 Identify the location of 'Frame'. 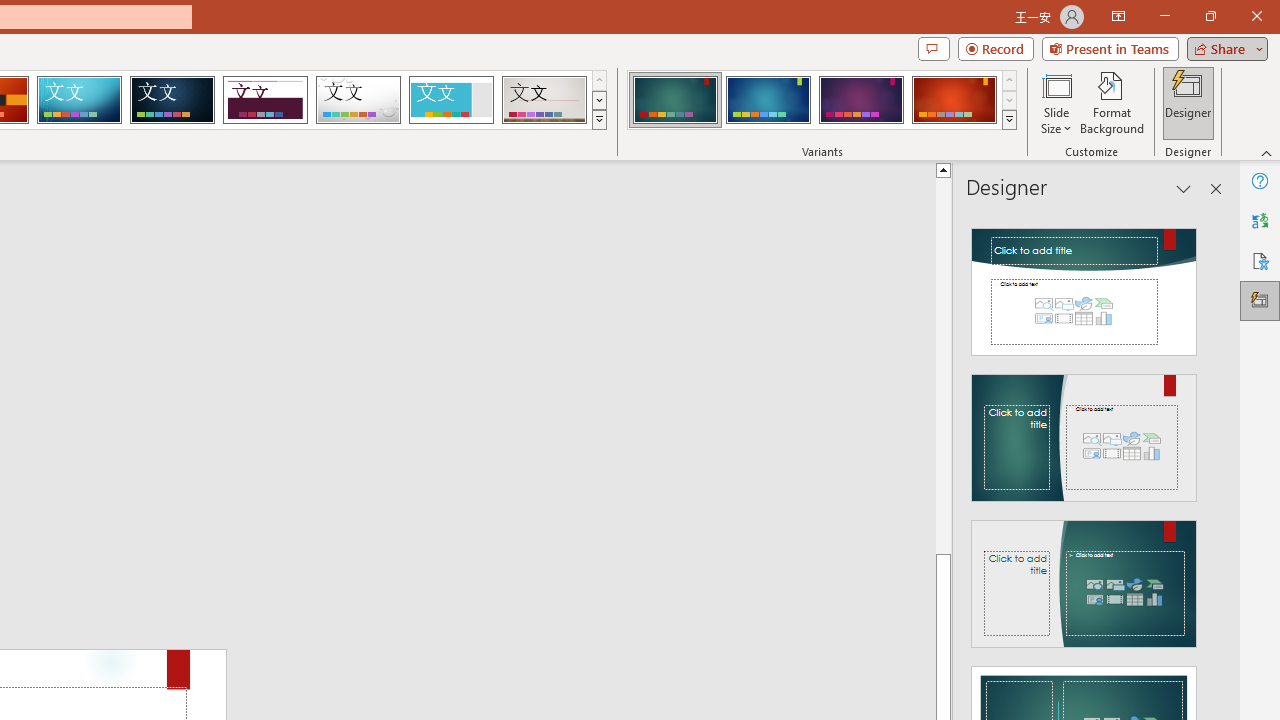
(450, 100).